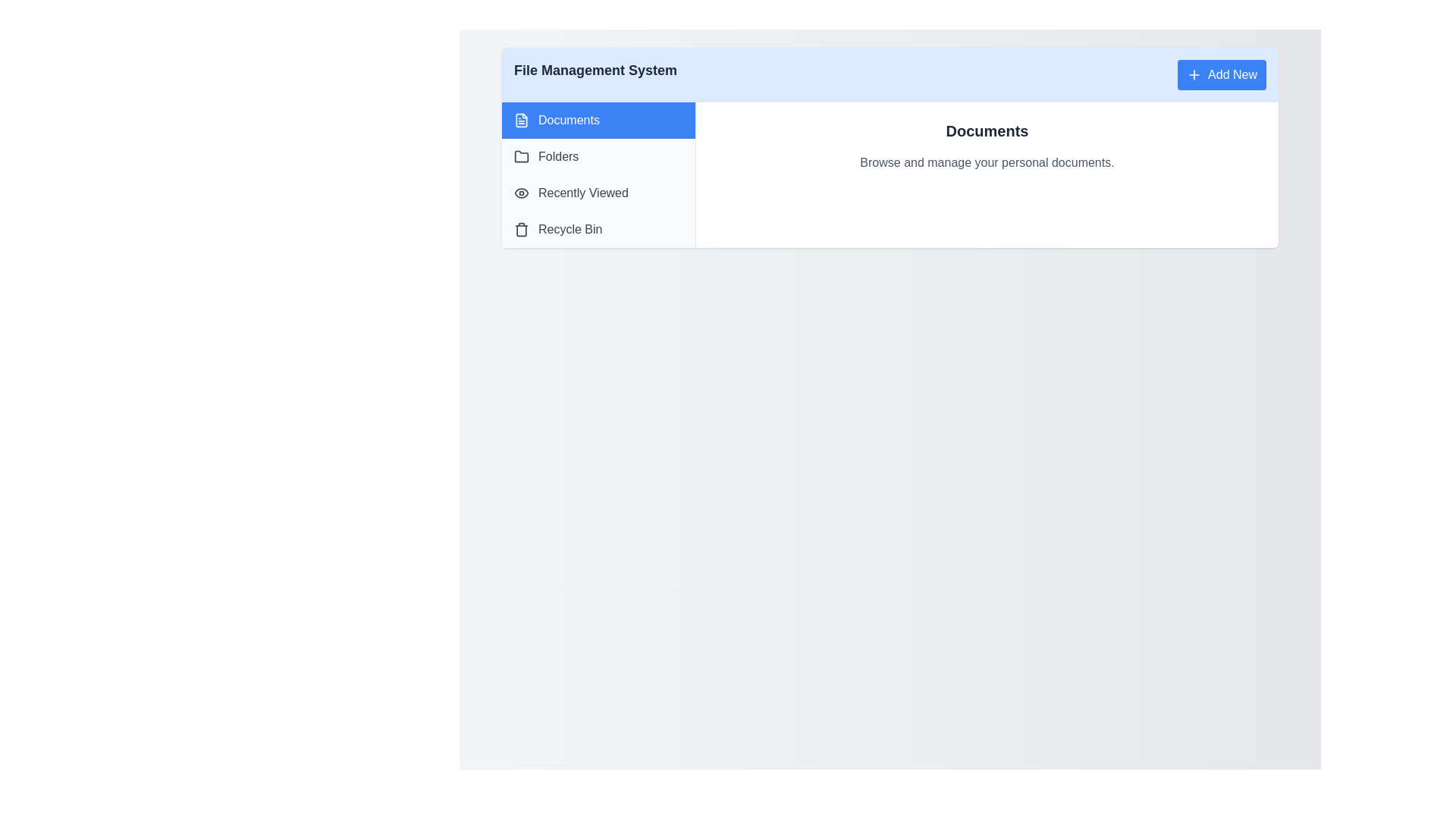 The width and height of the screenshot is (1456, 819). Describe the element at coordinates (521, 155) in the screenshot. I see `the folder-shaped icon located on the left-hand panel under the 'Folders' section, immediately to the left of the 'Folders' text` at that location.